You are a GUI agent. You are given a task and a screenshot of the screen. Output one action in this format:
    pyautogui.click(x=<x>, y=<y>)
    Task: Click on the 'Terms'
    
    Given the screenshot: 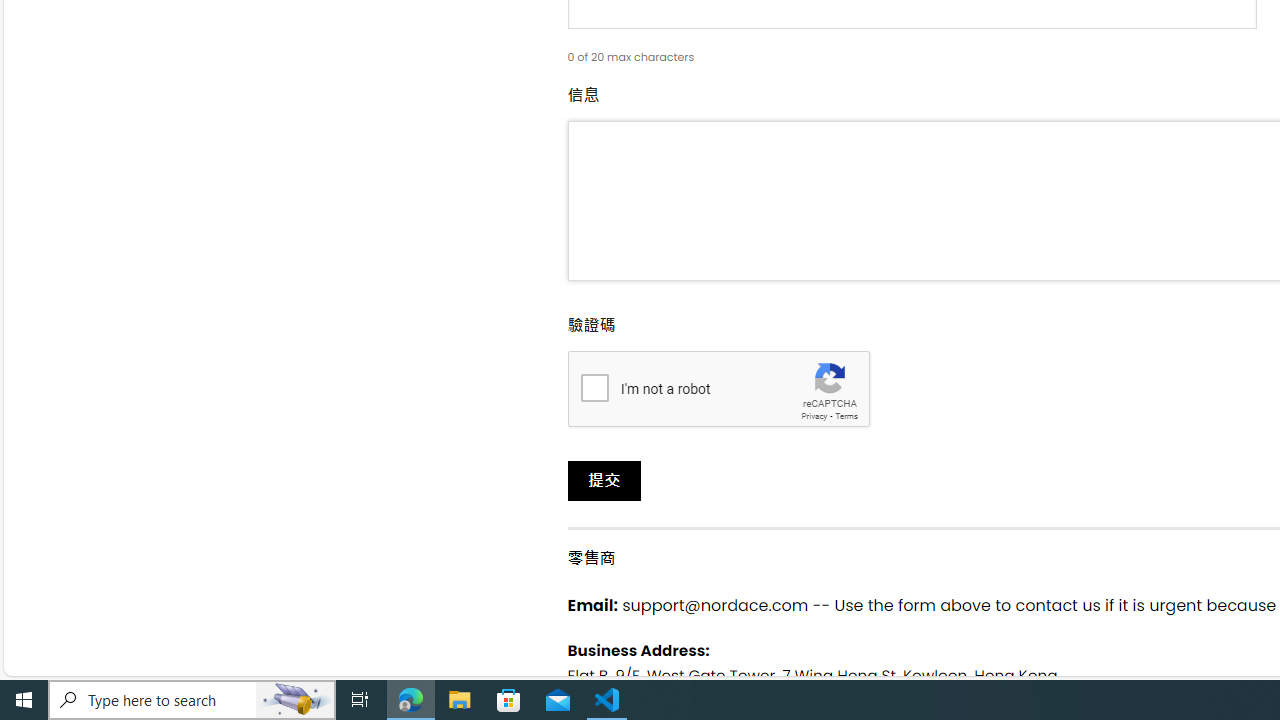 What is the action you would take?
    pyautogui.click(x=846, y=415)
    